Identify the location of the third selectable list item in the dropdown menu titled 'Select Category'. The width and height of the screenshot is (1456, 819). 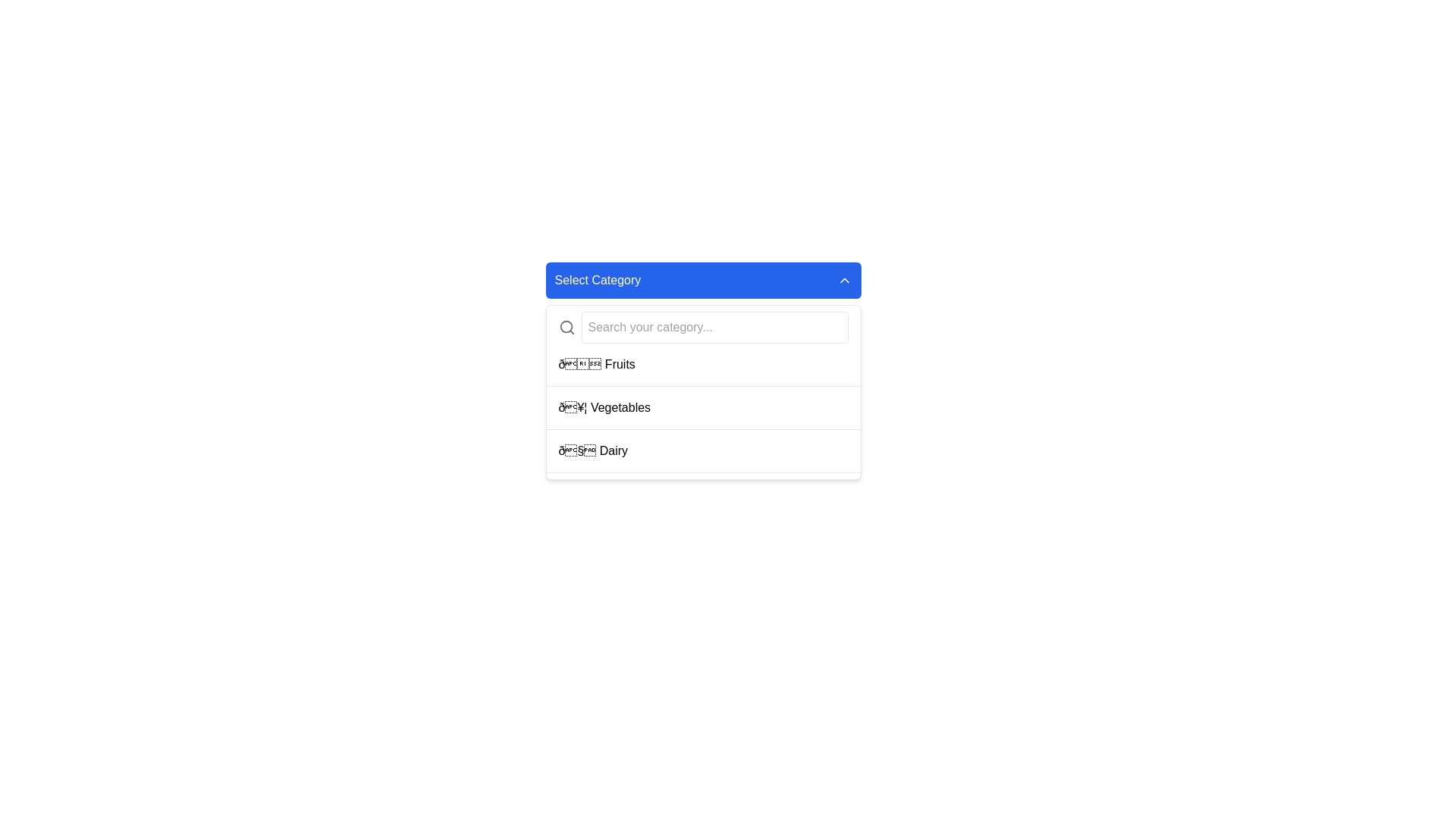
(702, 450).